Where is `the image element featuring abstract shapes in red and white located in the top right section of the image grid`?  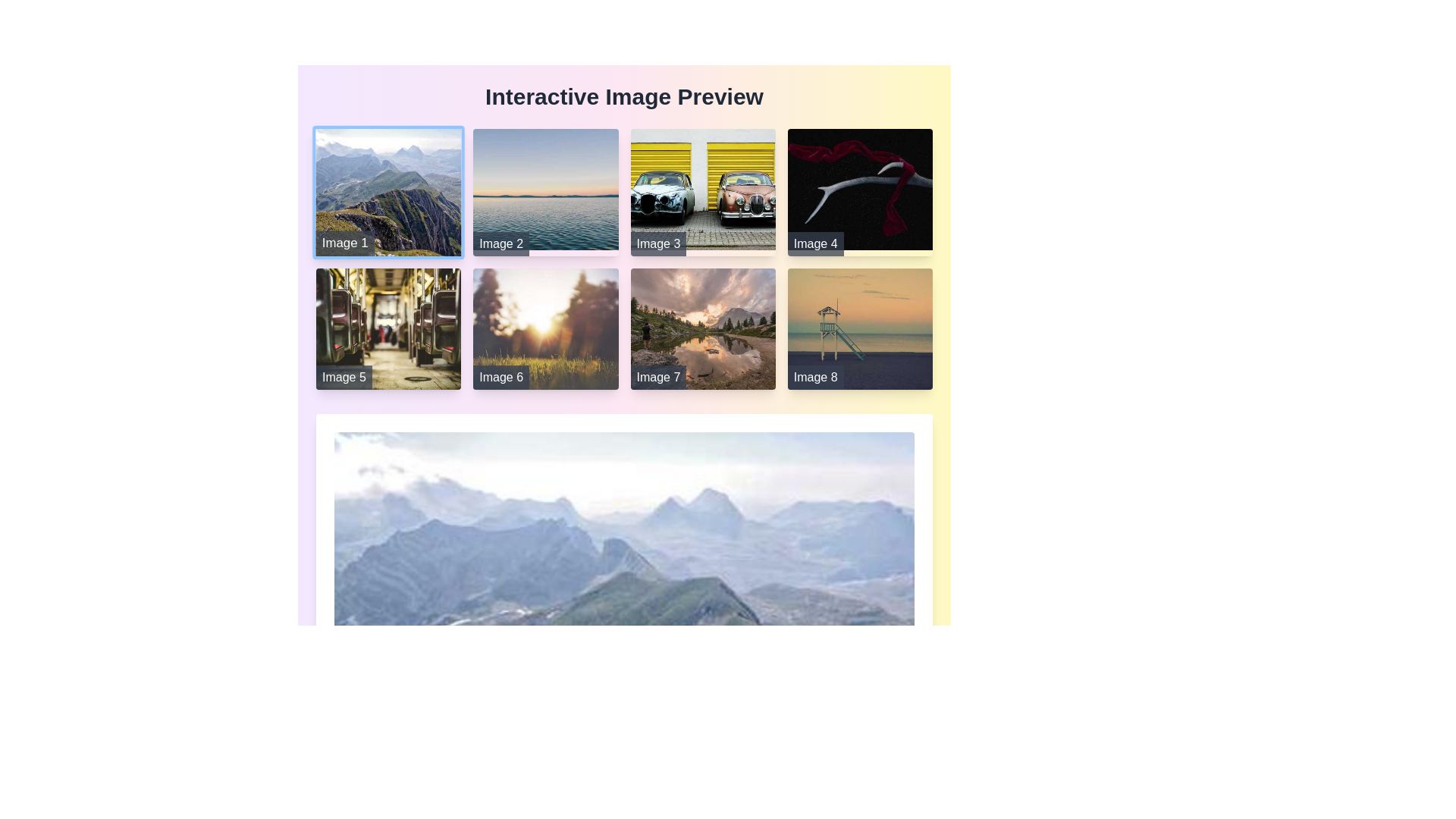 the image element featuring abstract shapes in red and white located in the top right section of the image grid is located at coordinates (860, 189).